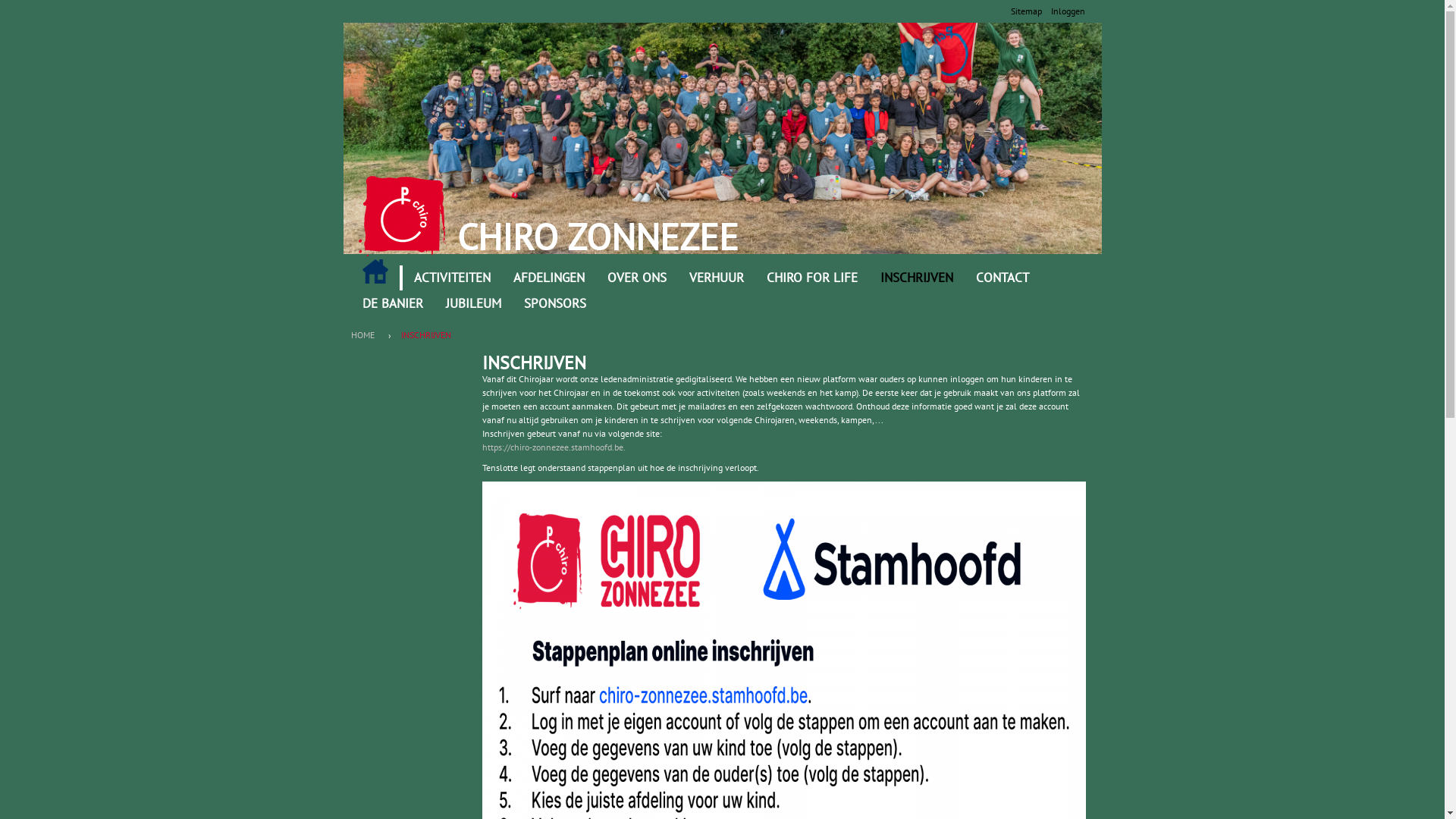  Describe the element at coordinates (548, 278) in the screenshot. I see `'AFDELINGEN'` at that location.